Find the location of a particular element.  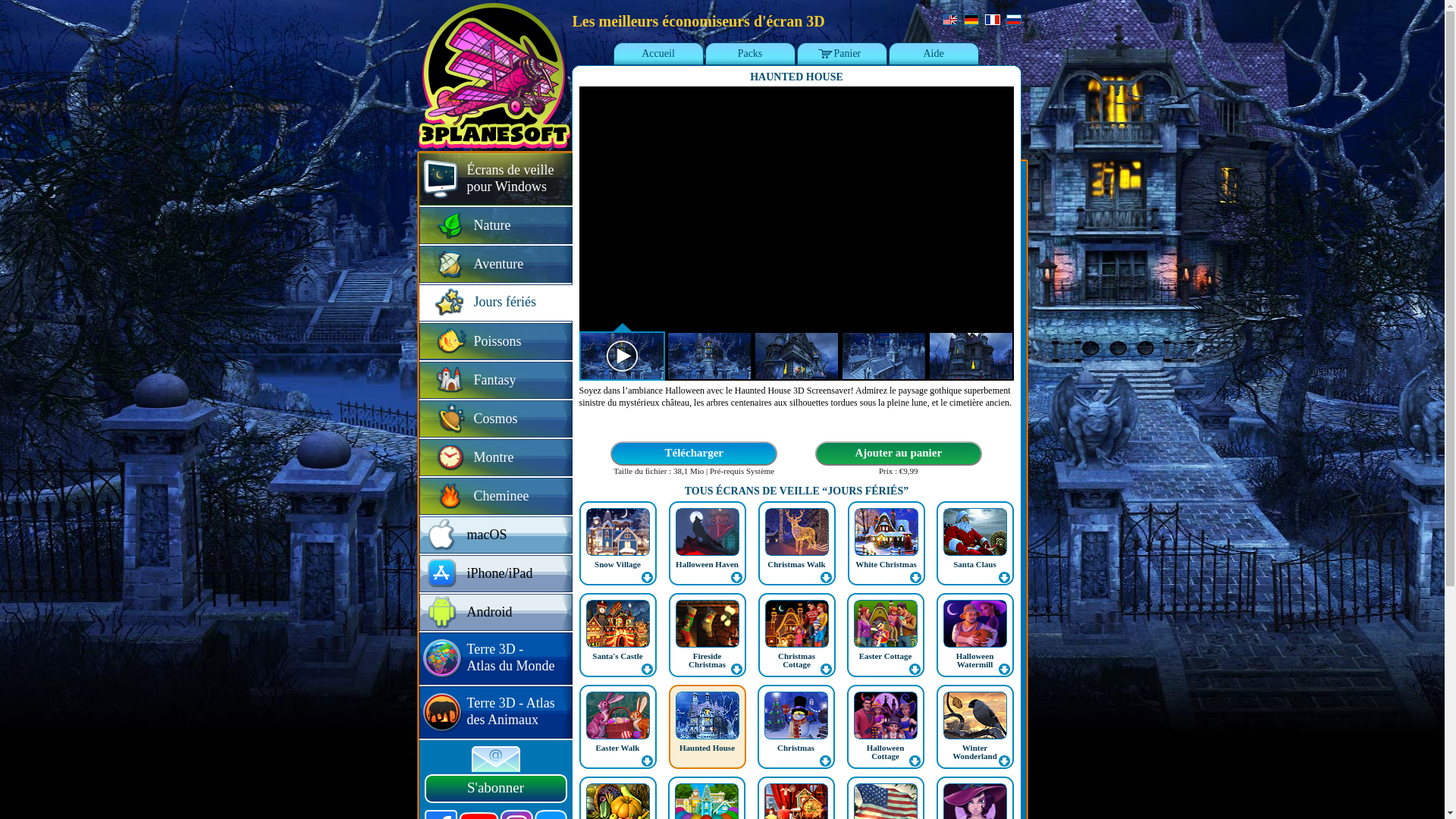

'English' is located at coordinates (949, 20).